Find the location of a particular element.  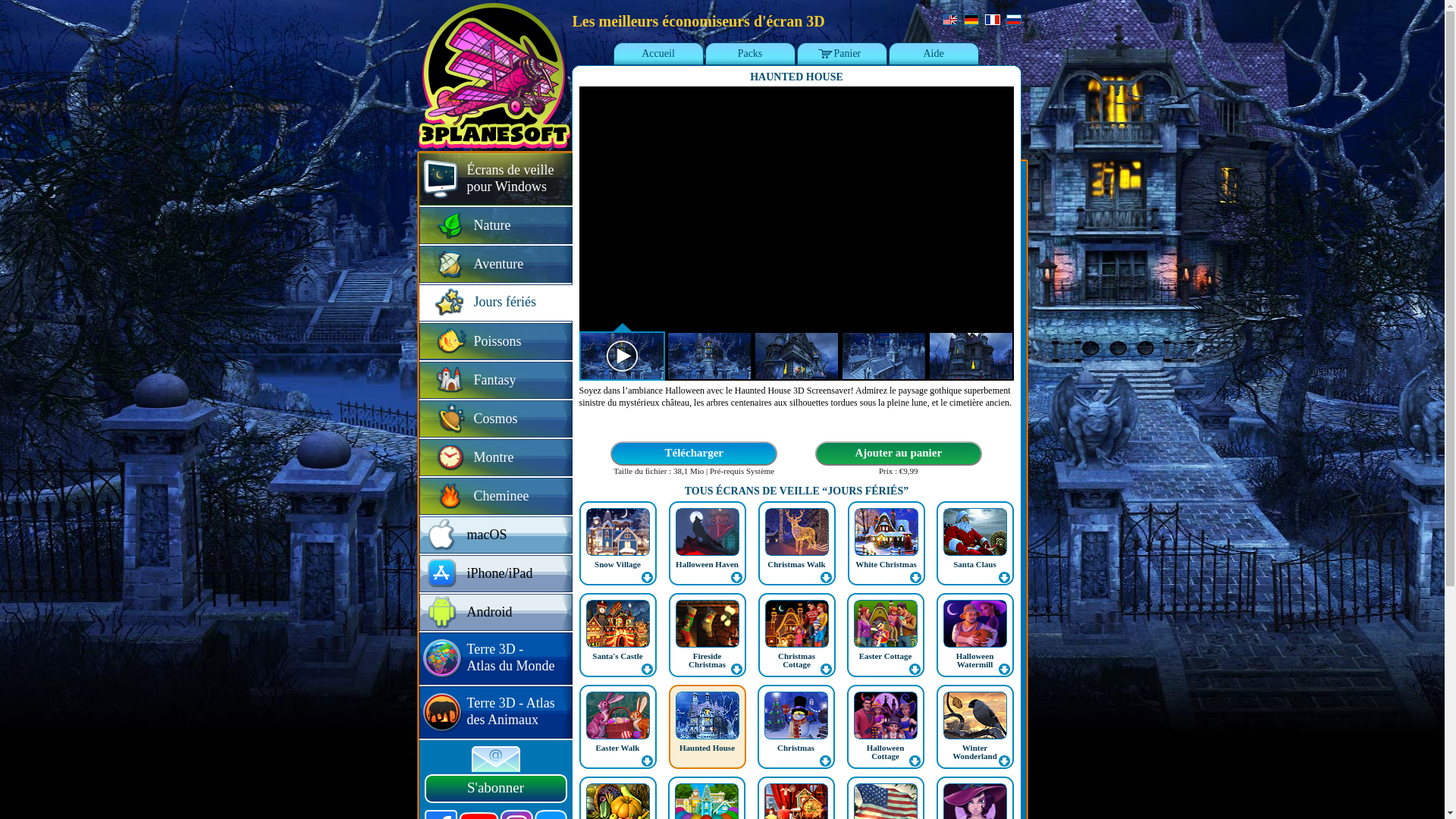

'English' is located at coordinates (949, 20).